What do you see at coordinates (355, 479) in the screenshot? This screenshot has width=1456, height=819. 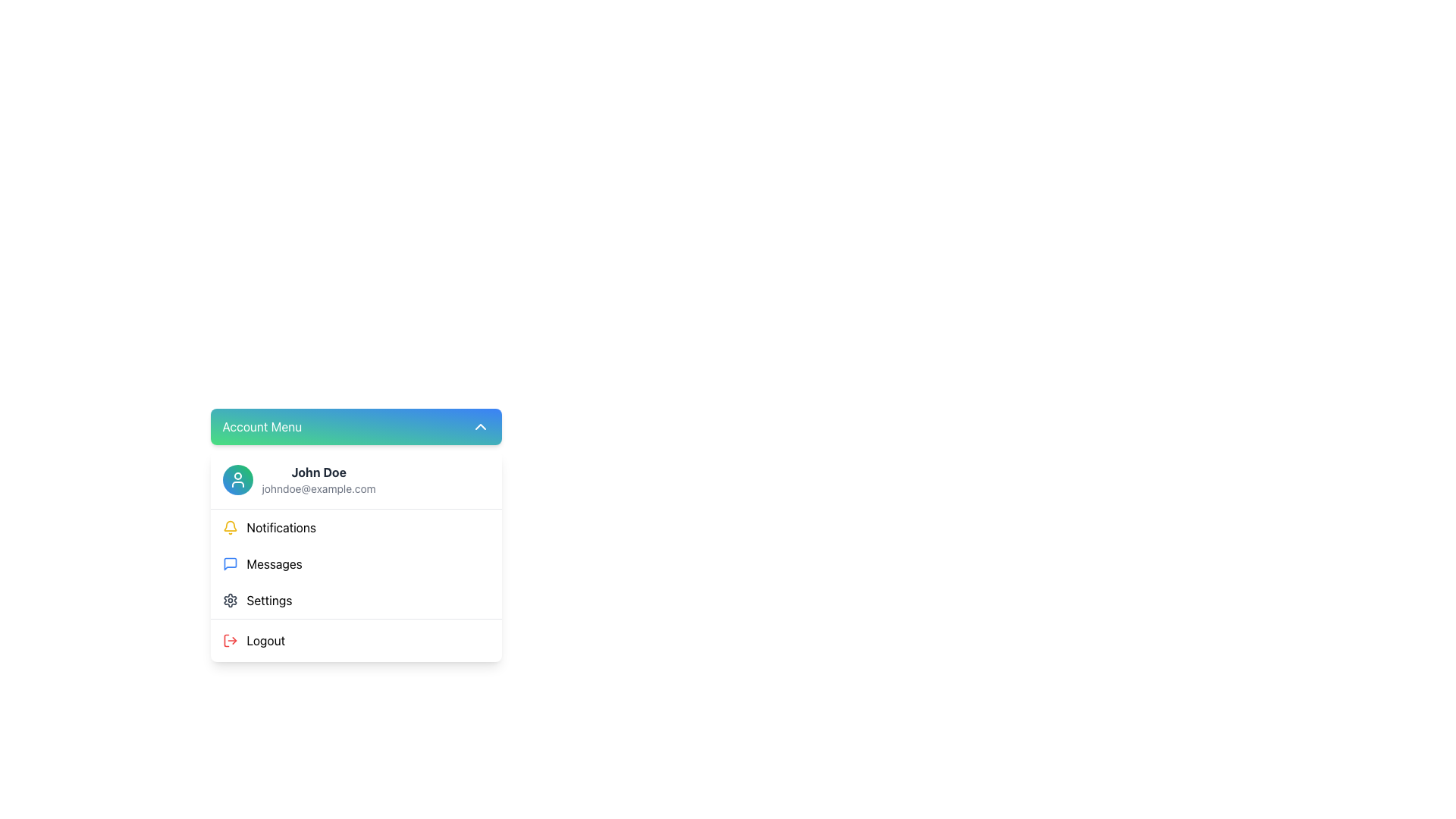 I see `the User profile summary section located at the top of the 'Account Menu' dropdown` at bounding box center [355, 479].